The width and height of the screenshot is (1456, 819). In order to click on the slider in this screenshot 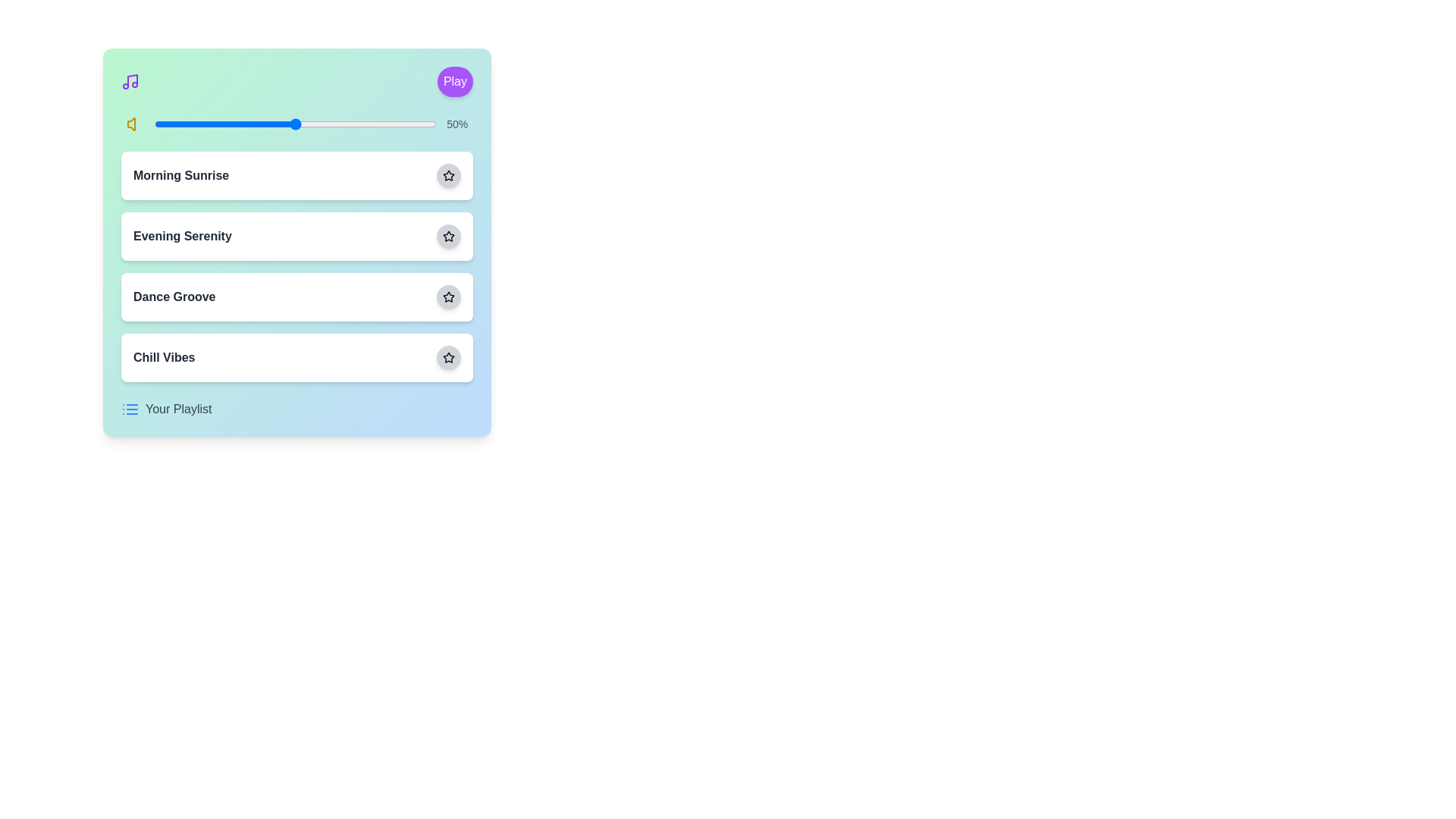, I will do `click(340, 124)`.